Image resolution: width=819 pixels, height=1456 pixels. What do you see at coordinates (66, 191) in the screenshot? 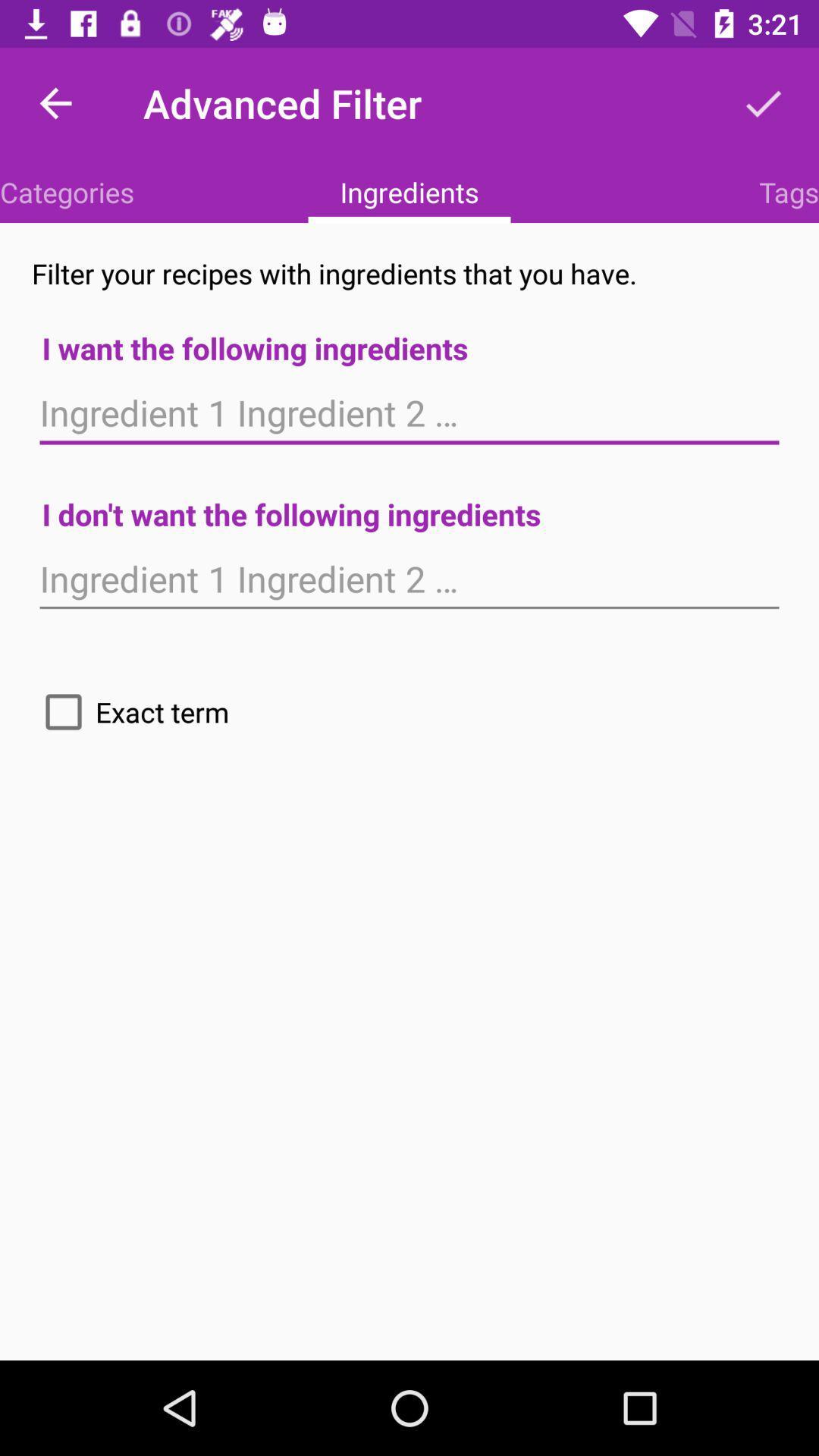
I see `icon to the left of the ingredients icon` at bounding box center [66, 191].